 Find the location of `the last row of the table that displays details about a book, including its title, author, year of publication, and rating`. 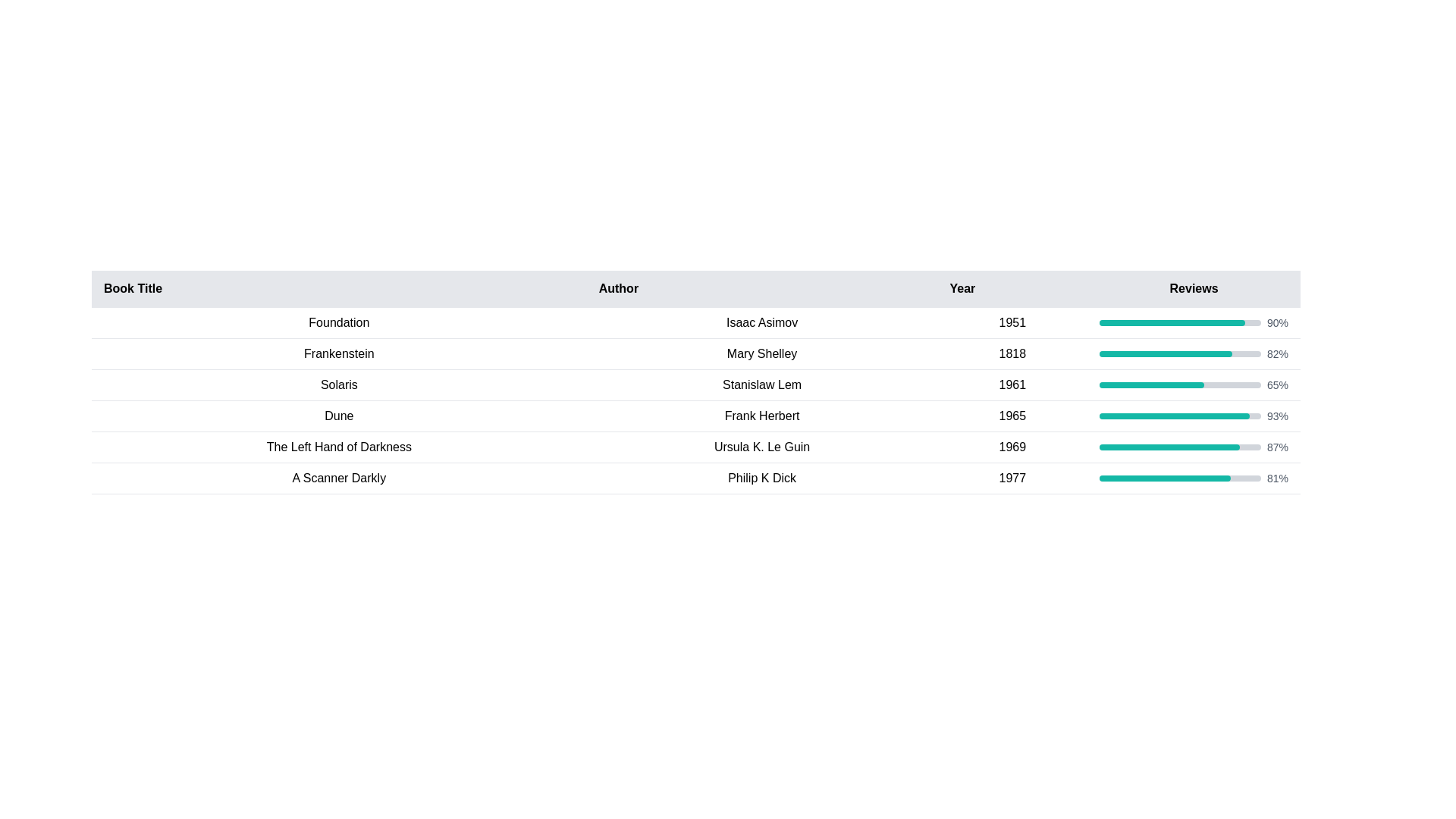

the last row of the table that displays details about a book, including its title, author, year of publication, and rating is located at coordinates (695, 479).